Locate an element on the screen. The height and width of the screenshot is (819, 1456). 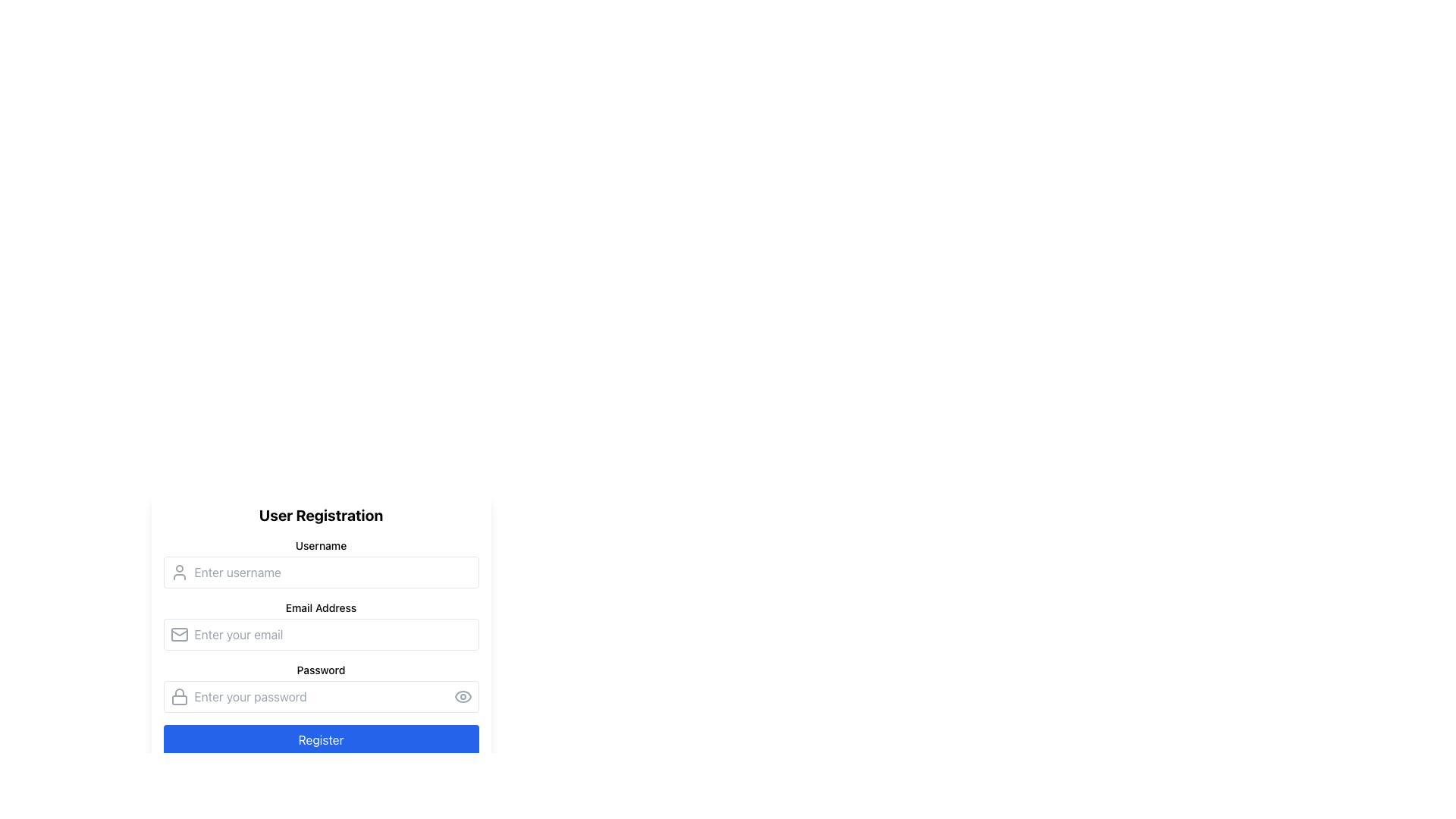
the bottom rectangular portion of the lock icon in the password input field of the user registration form is located at coordinates (179, 700).